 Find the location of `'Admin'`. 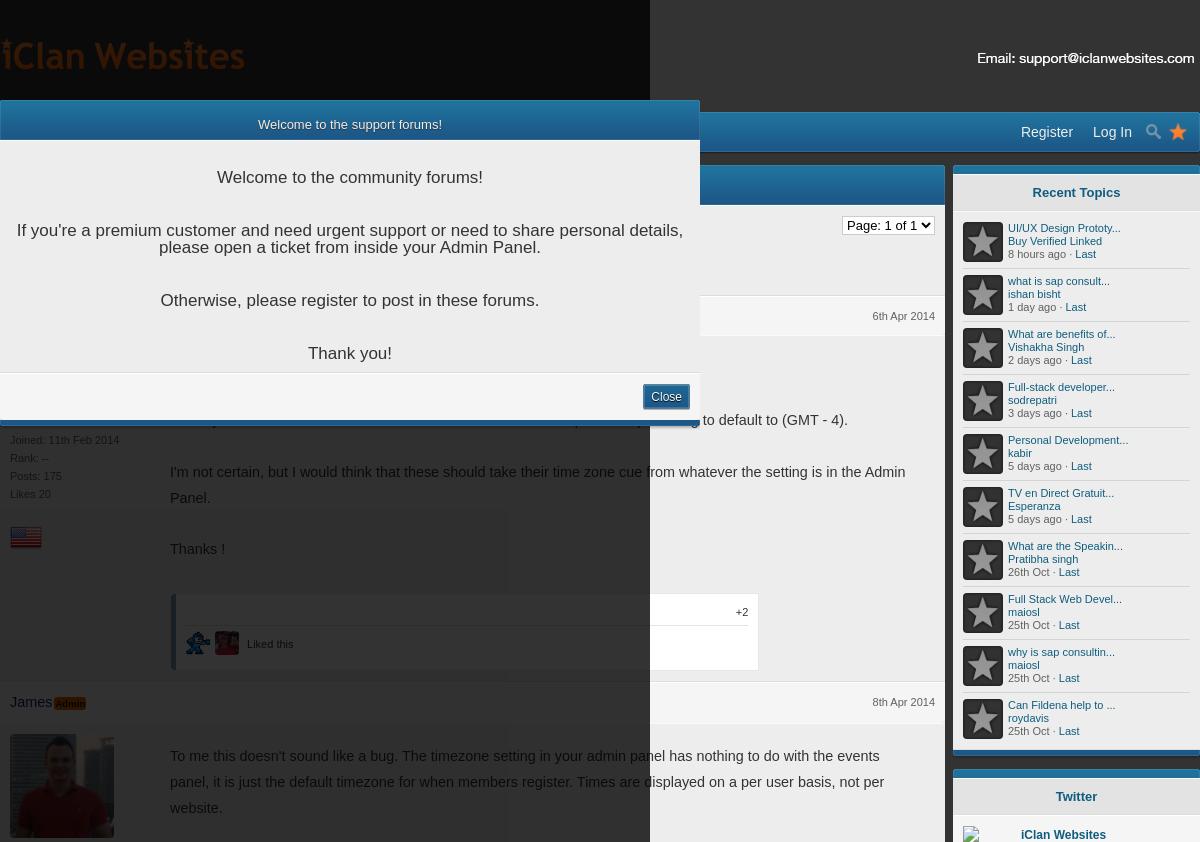

'Admin' is located at coordinates (69, 703).